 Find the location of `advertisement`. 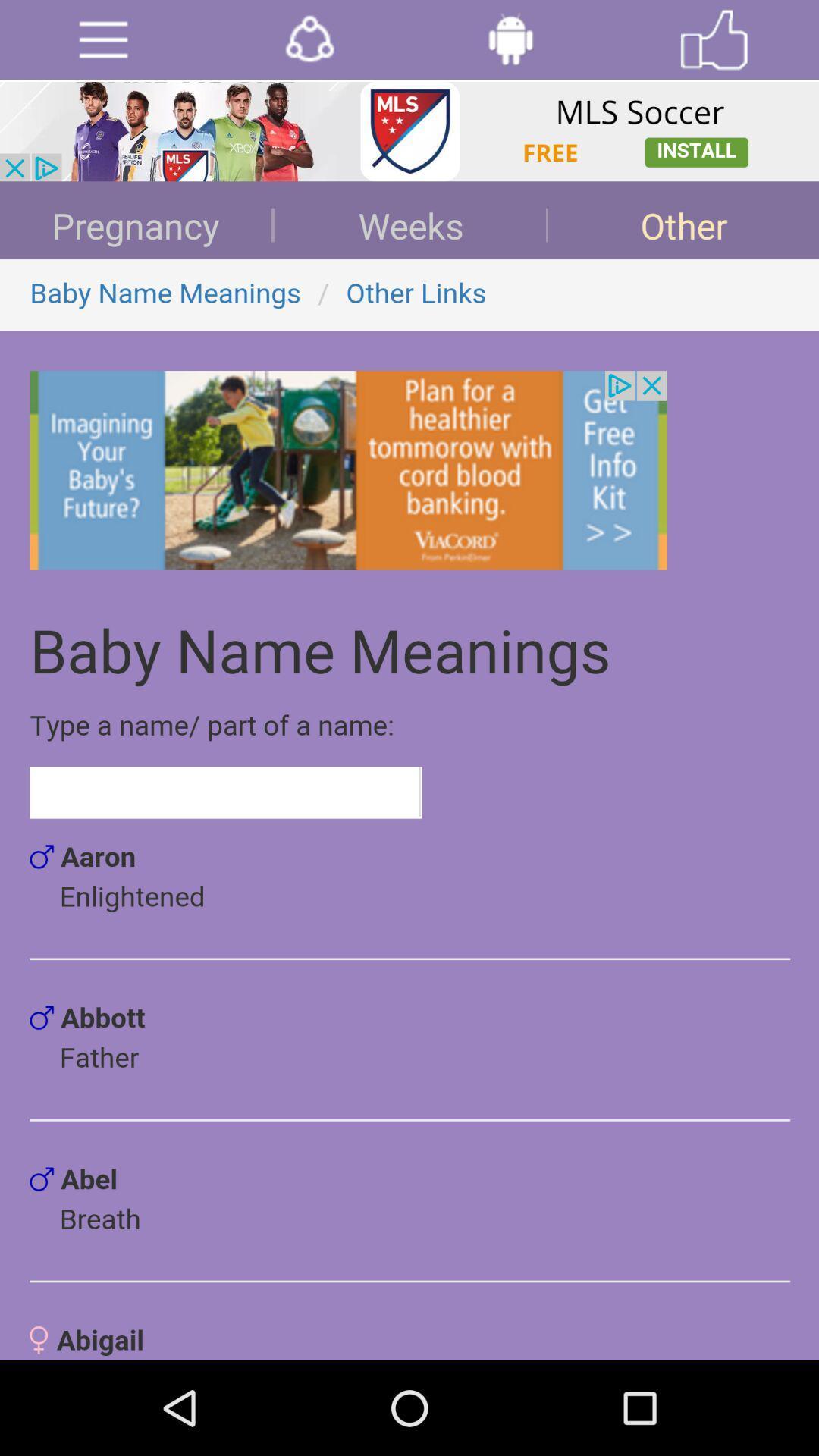

advertisement is located at coordinates (102, 39).